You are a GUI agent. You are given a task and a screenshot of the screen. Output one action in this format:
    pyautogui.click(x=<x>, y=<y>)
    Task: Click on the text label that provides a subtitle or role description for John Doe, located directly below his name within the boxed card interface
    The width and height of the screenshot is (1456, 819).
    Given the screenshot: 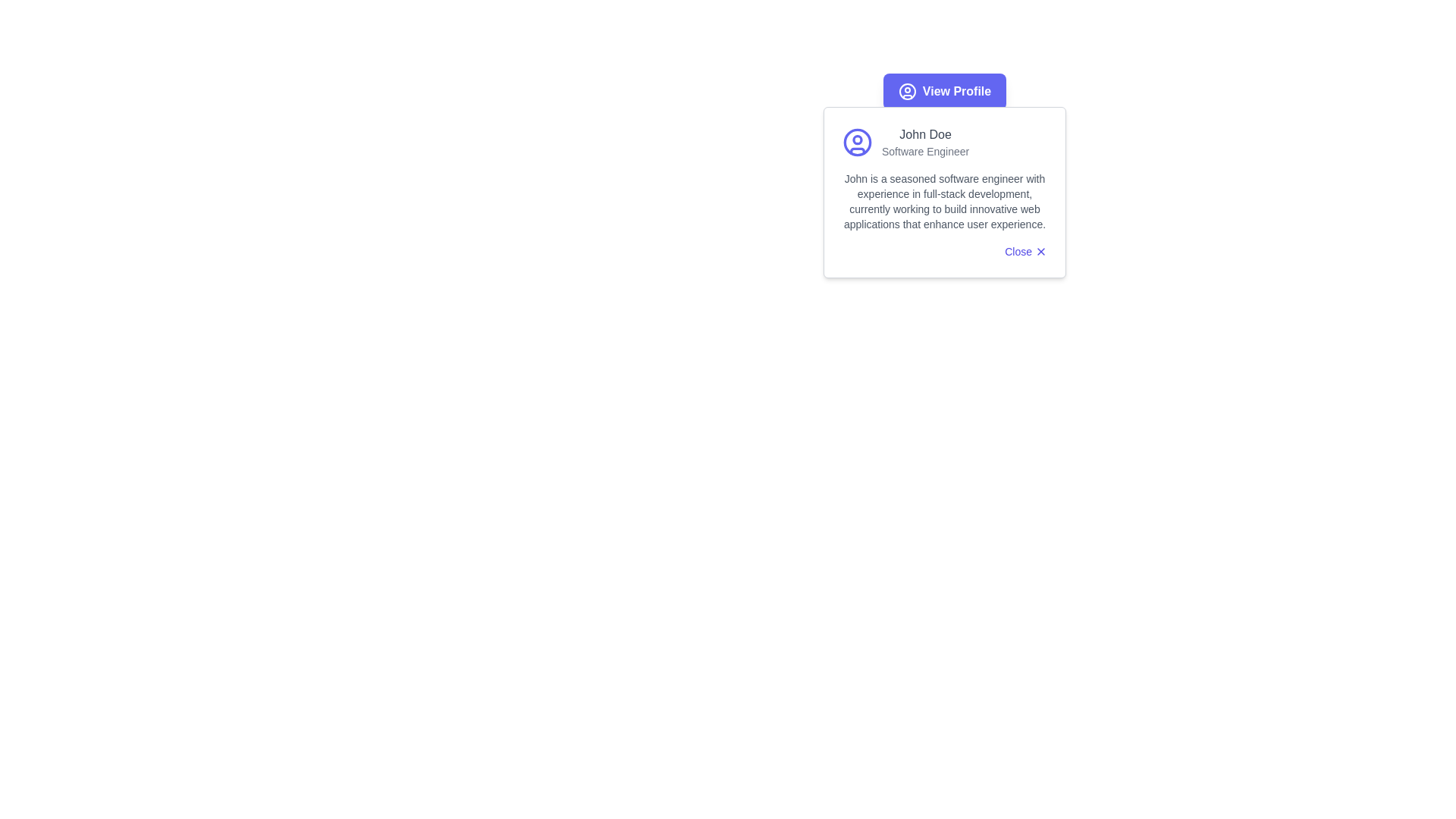 What is the action you would take?
    pyautogui.click(x=924, y=152)
    